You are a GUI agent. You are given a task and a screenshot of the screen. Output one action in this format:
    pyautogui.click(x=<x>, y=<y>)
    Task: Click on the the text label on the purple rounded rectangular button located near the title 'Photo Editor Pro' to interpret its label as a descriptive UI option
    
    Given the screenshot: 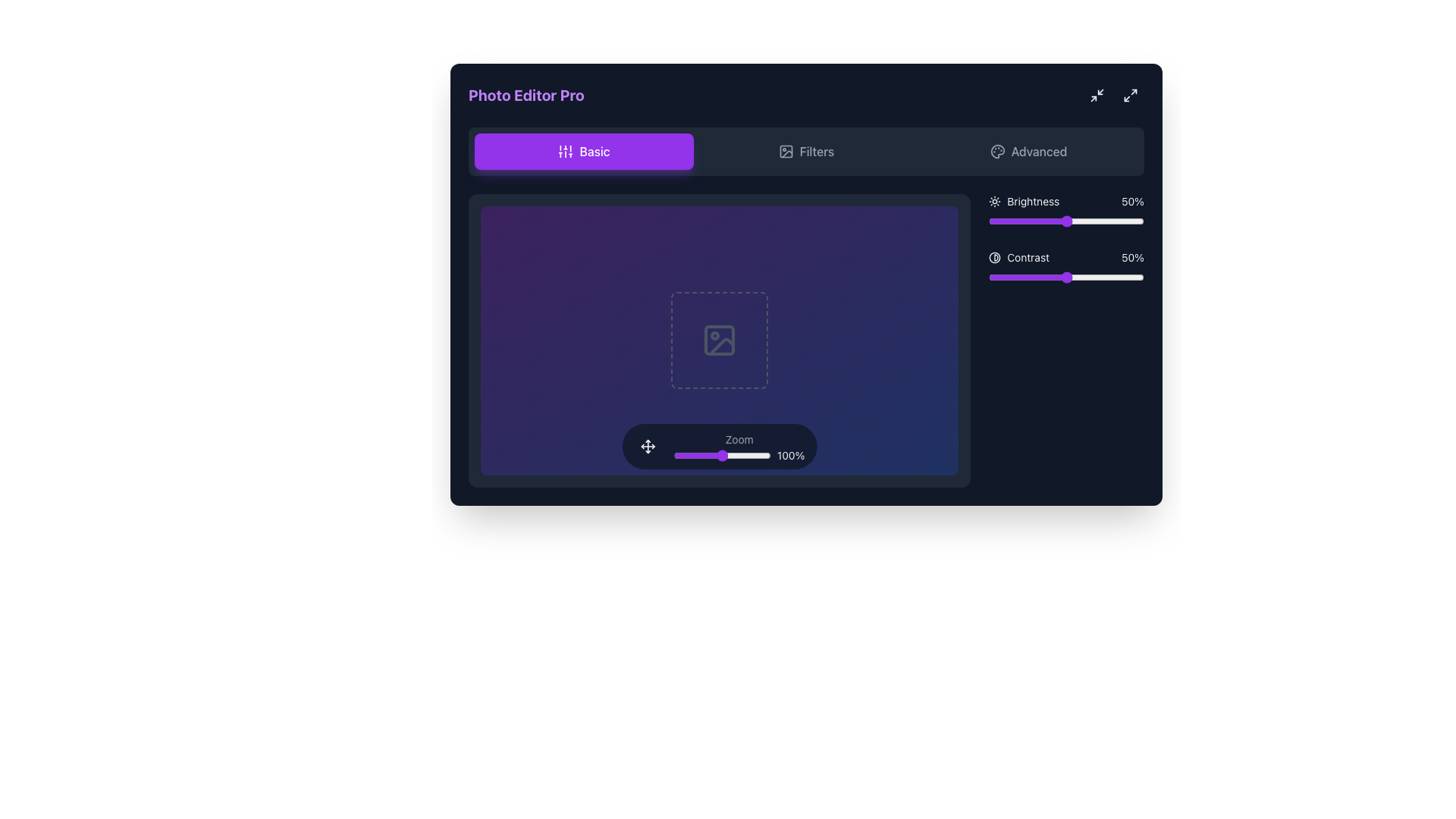 What is the action you would take?
    pyautogui.click(x=594, y=152)
    